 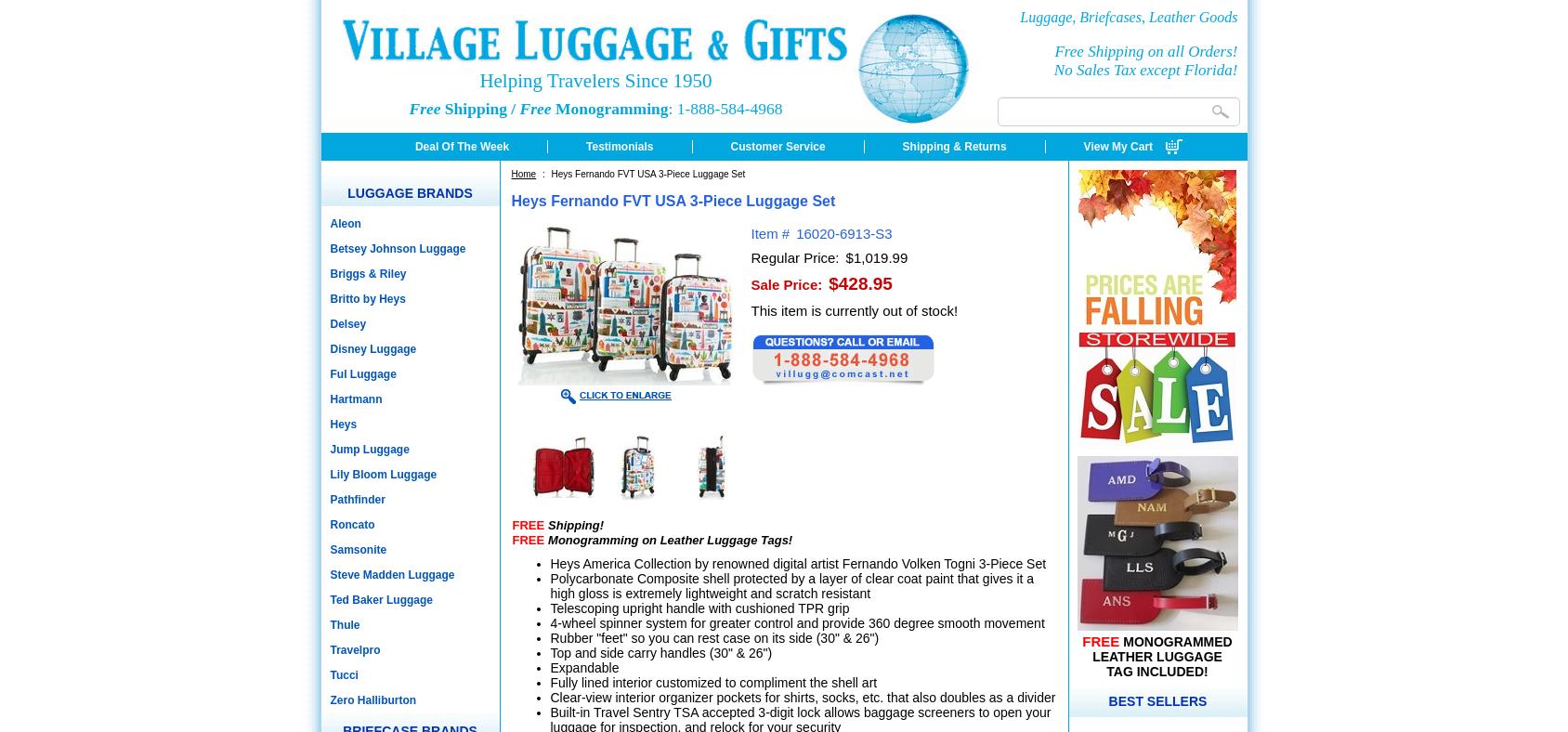 I want to click on 'Shipping /', so click(x=438, y=109).